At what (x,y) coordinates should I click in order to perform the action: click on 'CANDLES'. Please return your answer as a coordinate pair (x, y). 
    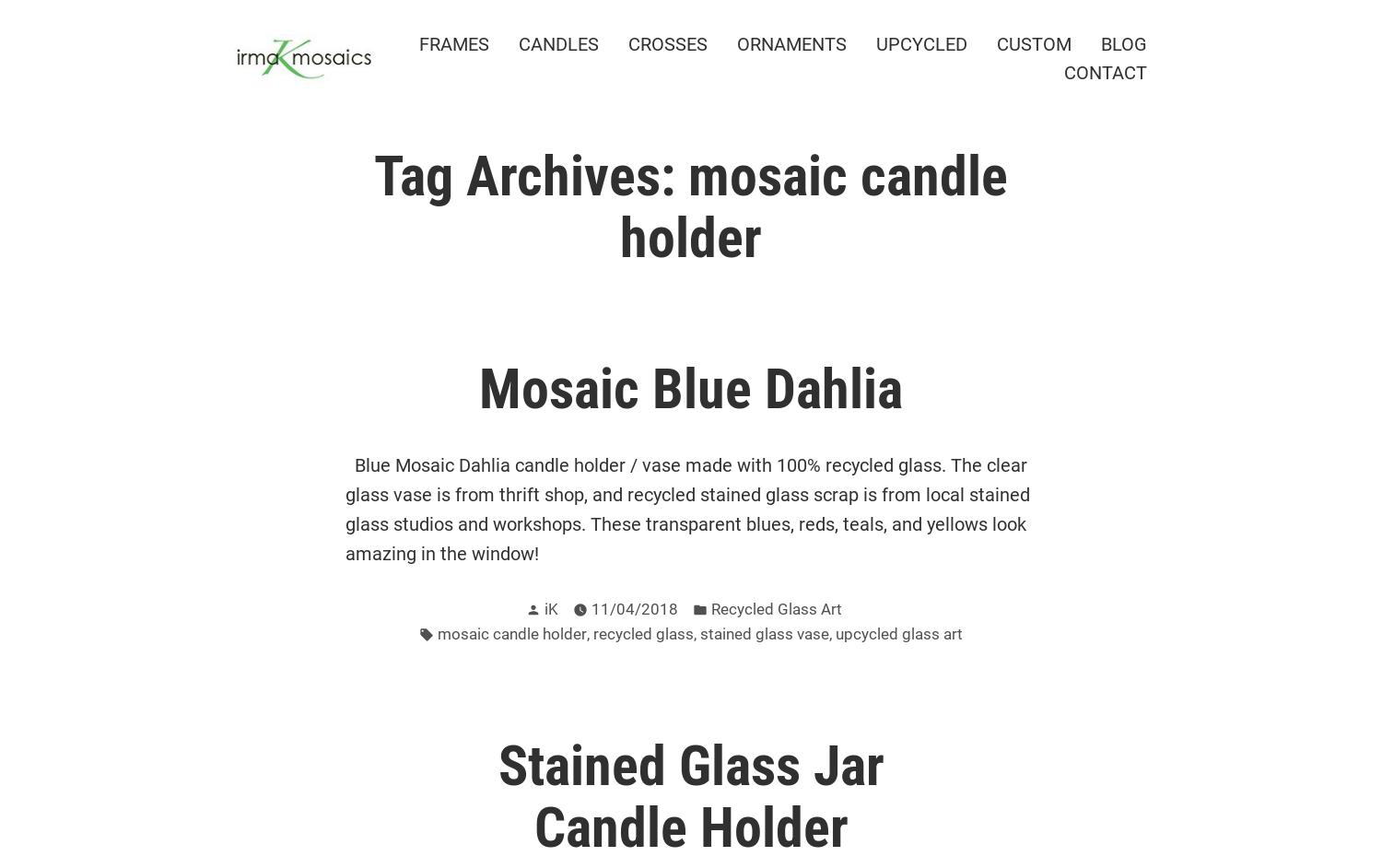
    Looking at the image, I should click on (557, 43).